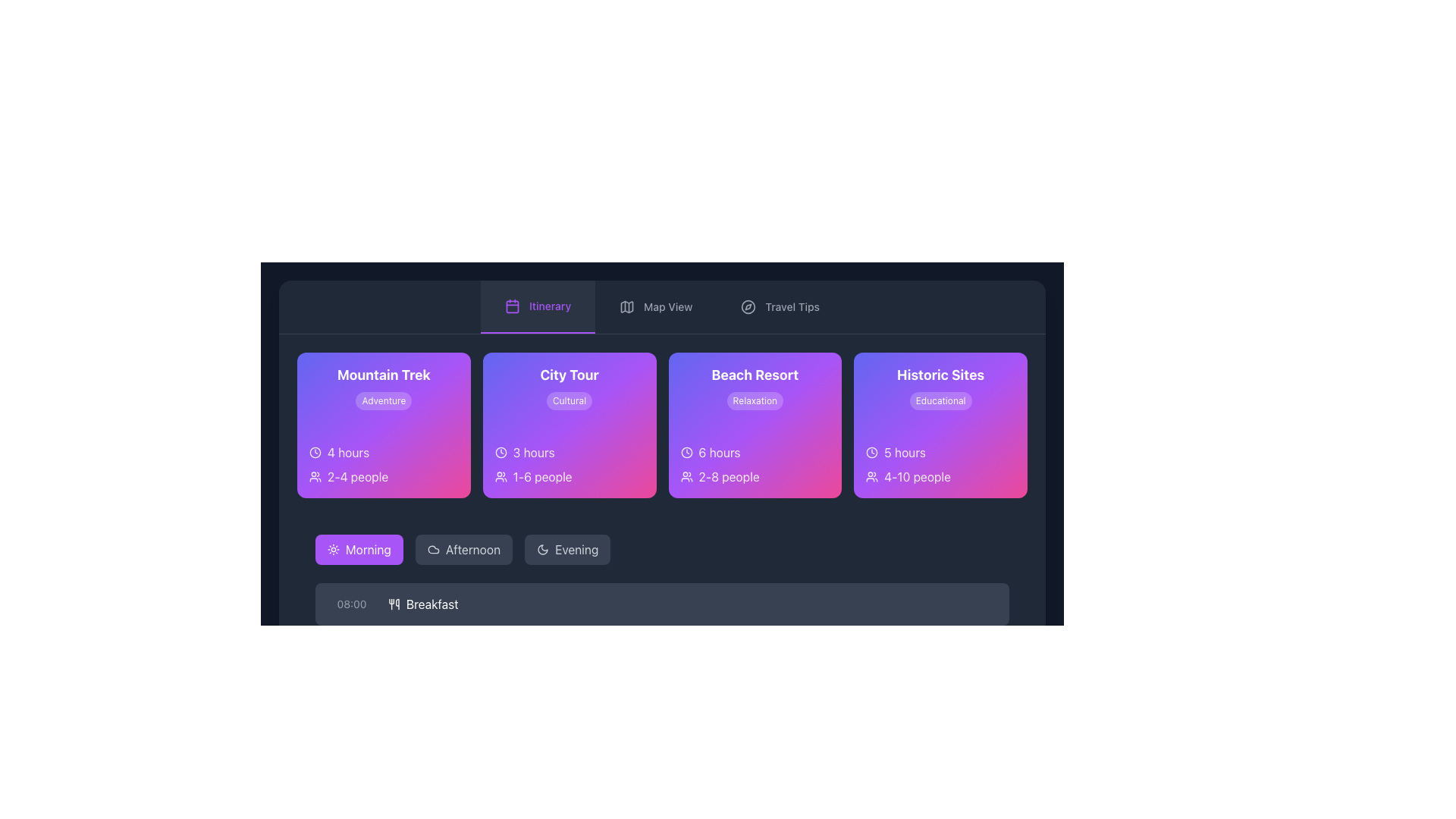 The width and height of the screenshot is (1456, 819). I want to click on the 'Evening' icon, which is the graphical representation on the left side of the 'Evening' button in the time selection feature, so click(542, 550).